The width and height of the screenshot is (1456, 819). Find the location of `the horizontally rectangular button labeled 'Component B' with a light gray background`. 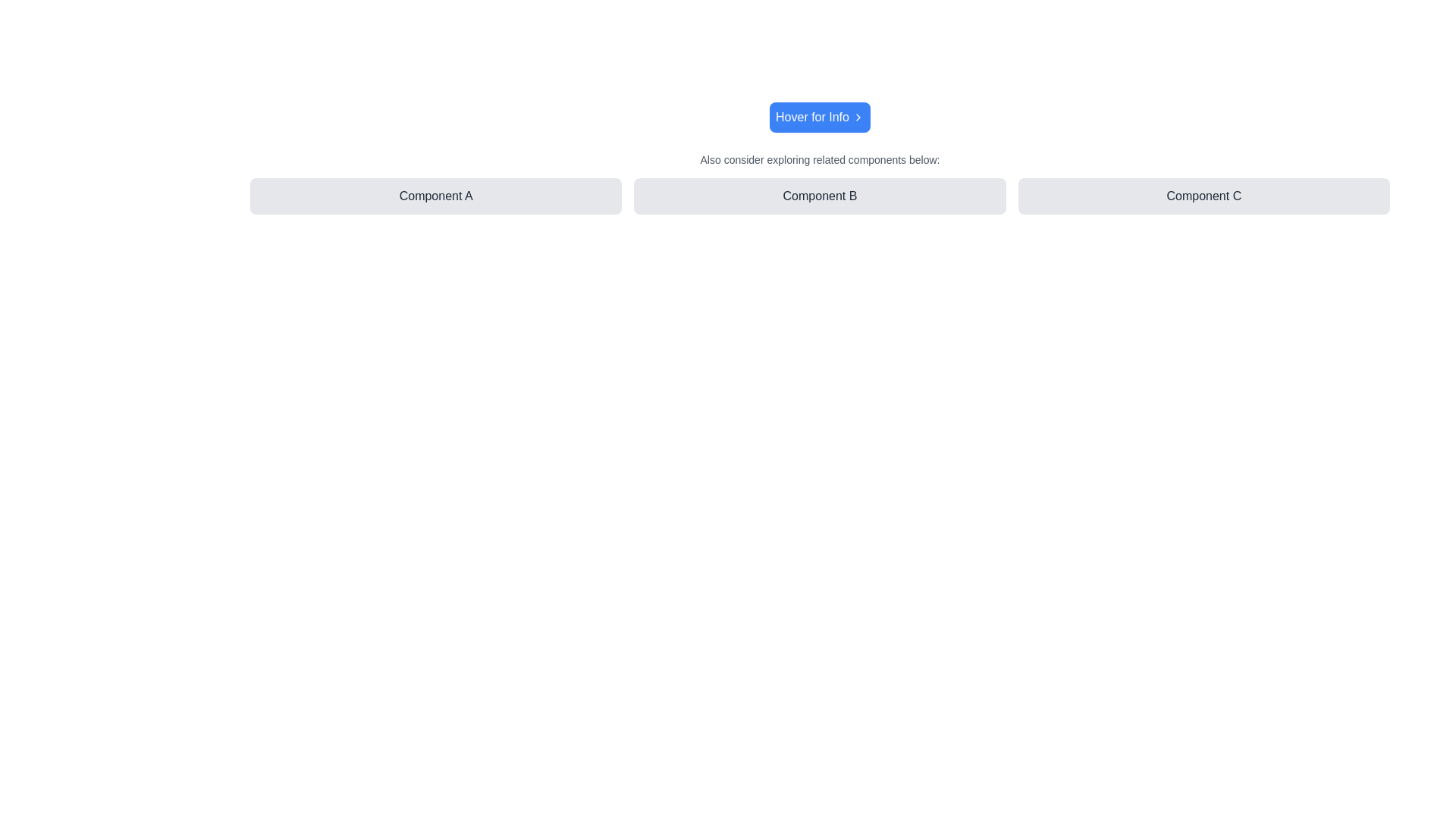

the horizontally rectangular button labeled 'Component B' with a light gray background is located at coordinates (819, 195).